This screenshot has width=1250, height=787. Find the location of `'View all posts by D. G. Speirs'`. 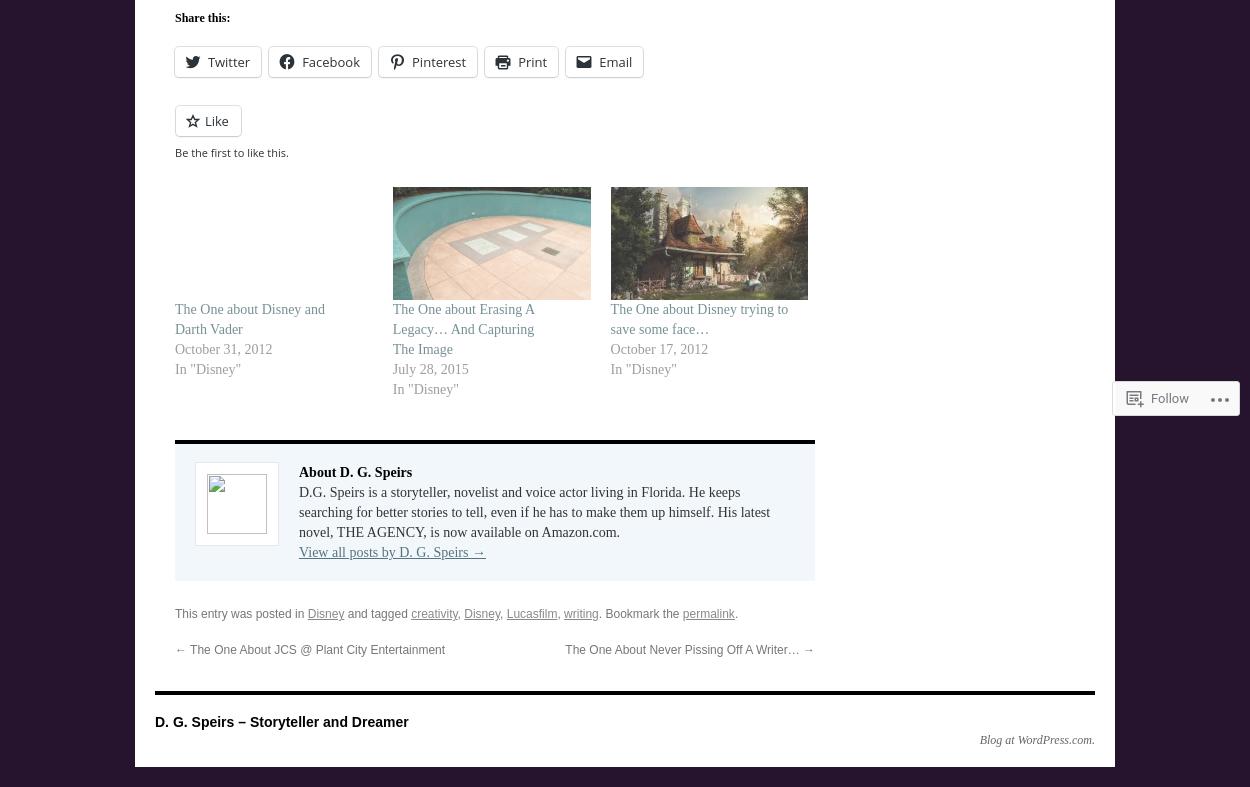

'View all posts by D. G. Speirs' is located at coordinates (385, 551).